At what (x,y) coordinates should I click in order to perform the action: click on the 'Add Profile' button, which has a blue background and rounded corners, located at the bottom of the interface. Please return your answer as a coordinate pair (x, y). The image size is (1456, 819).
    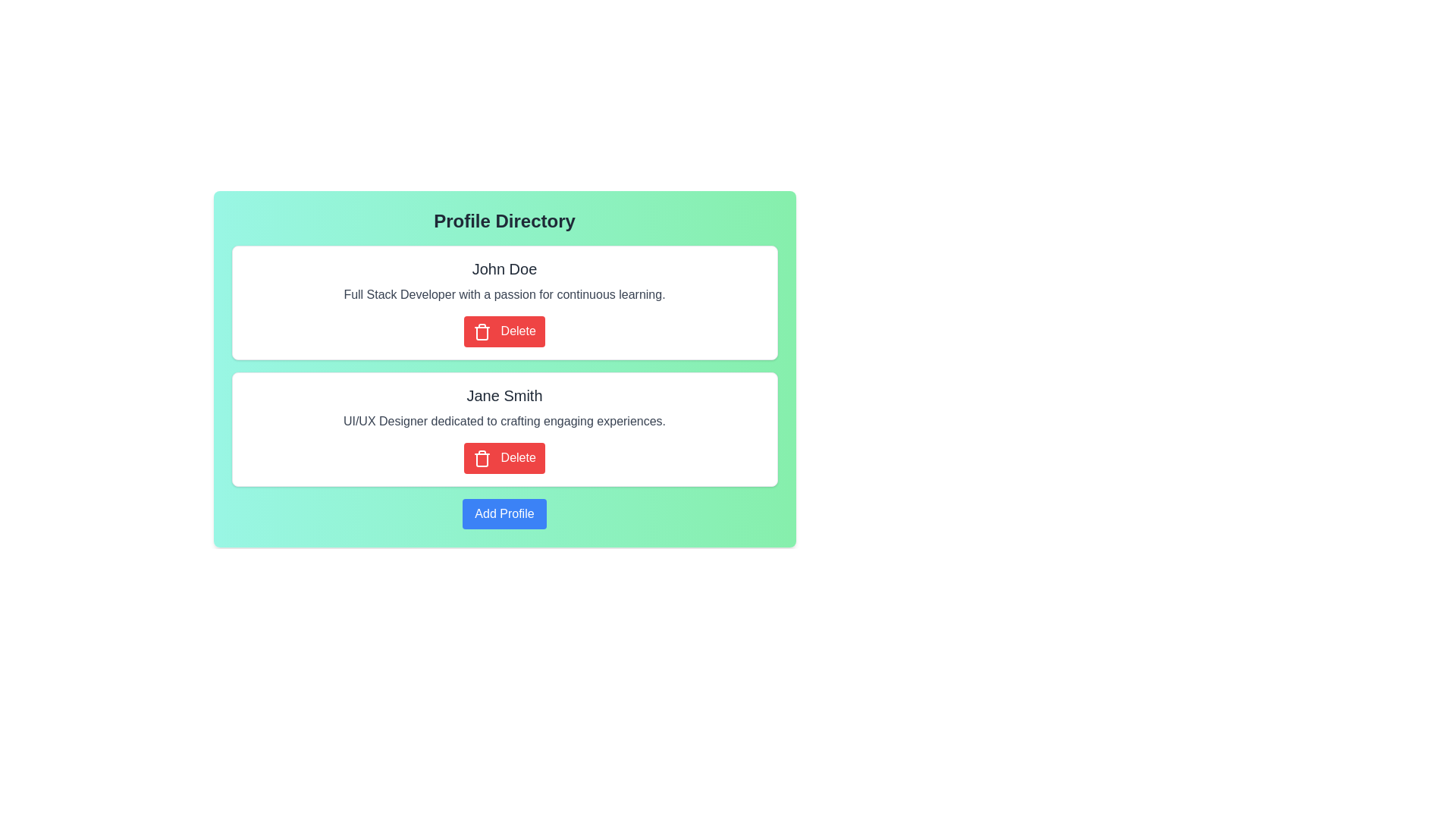
    Looking at the image, I should click on (504, 513).